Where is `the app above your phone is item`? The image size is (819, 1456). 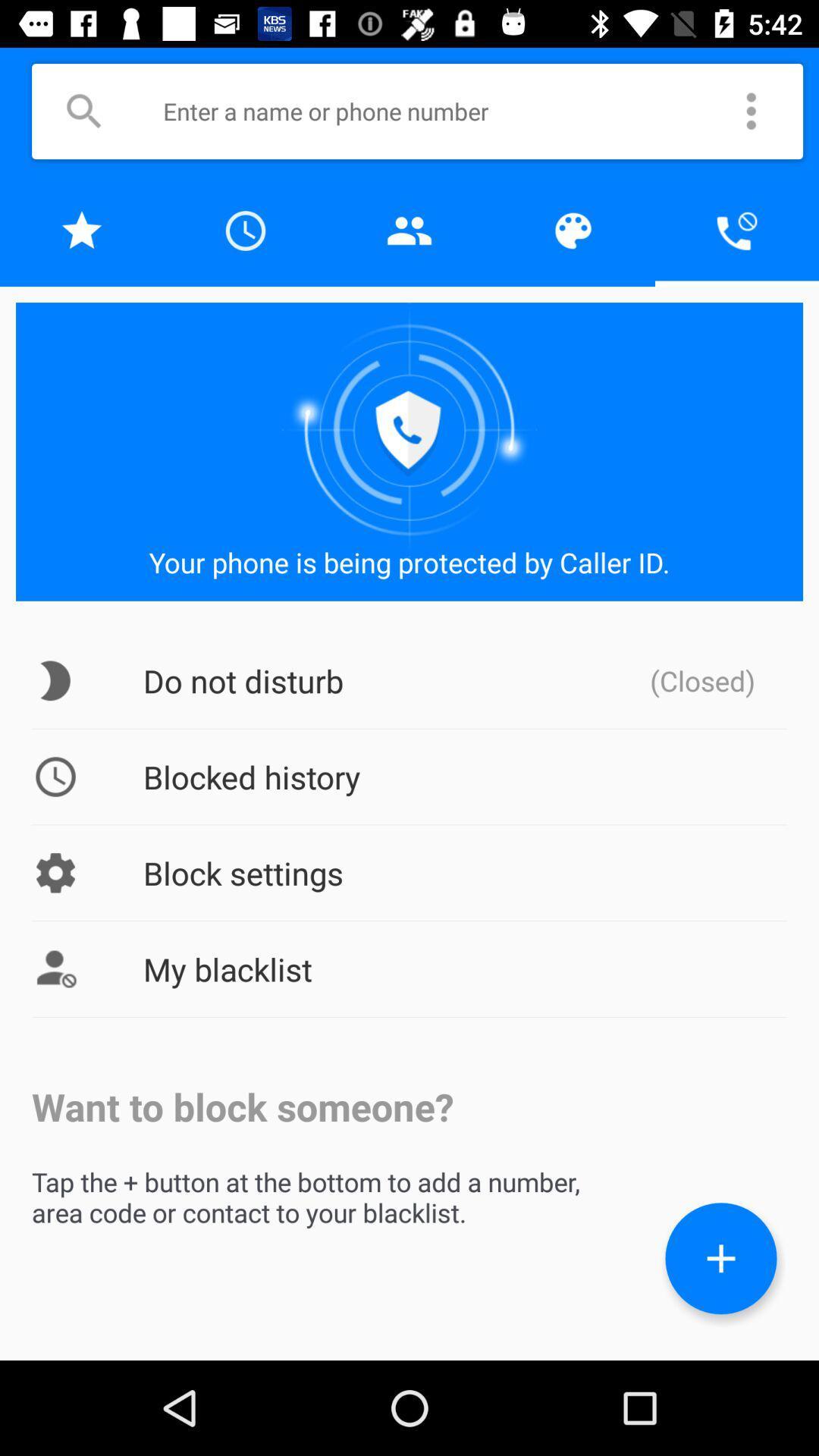
the app above your phone is item is located at coordinates (736, 230).